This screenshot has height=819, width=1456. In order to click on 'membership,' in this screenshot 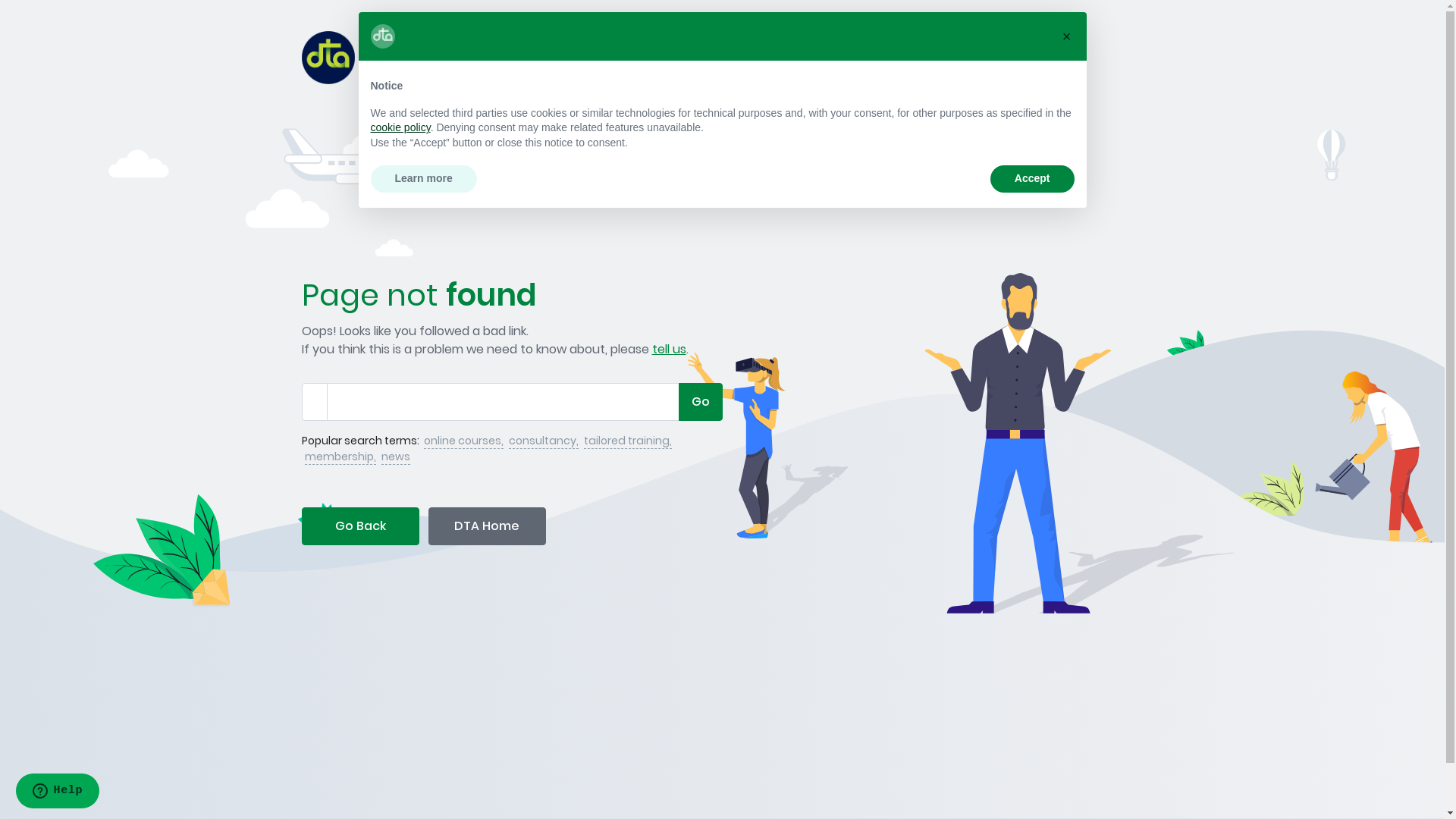, I will do `click(340, 456)`.